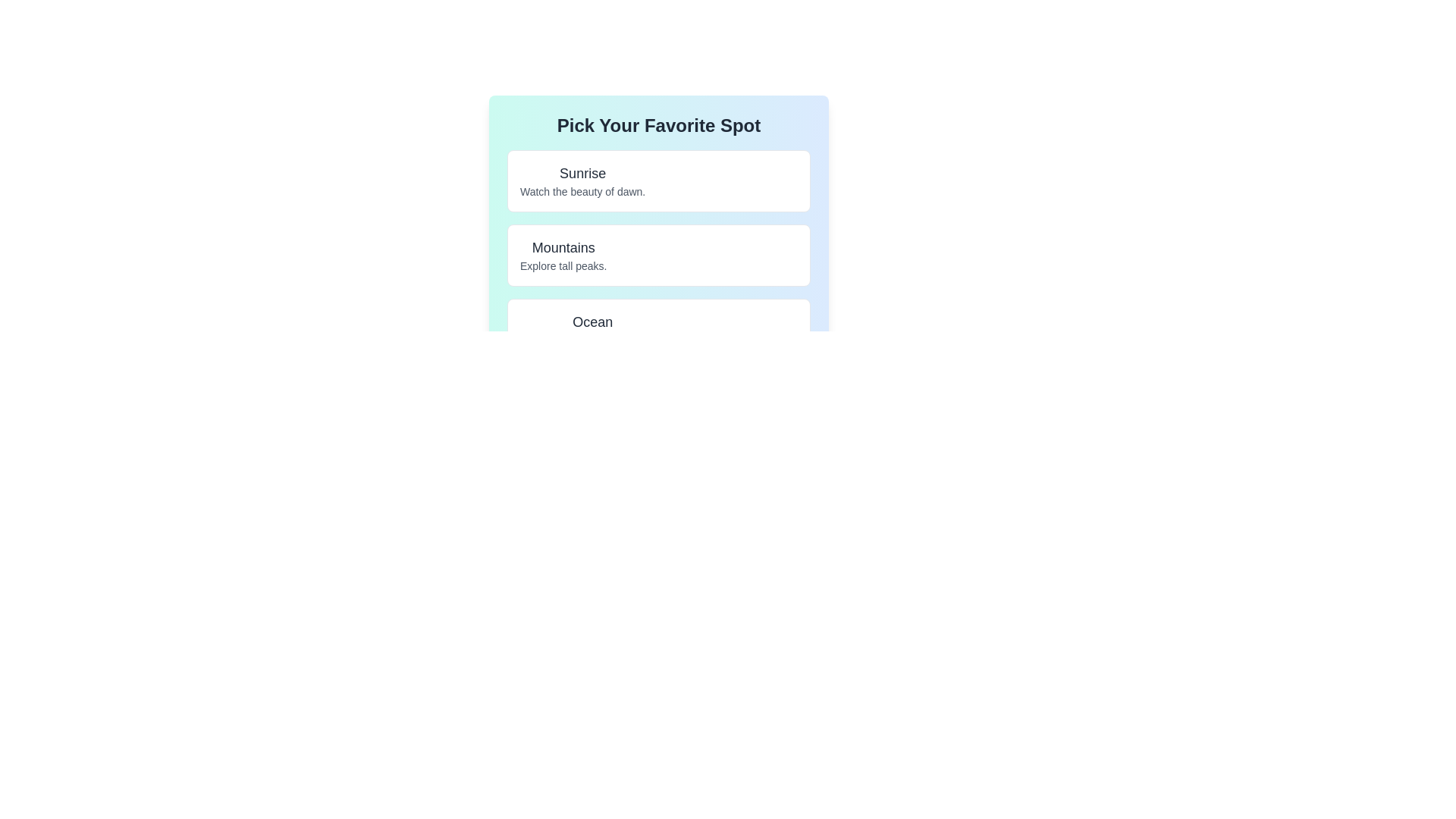  Describe the element at coordinates (563, 265) in the screenshot. I see `the static informational text that provides a description for the 'Mountains' option in the 'Pick Your Favorite Spot' section` at that location.